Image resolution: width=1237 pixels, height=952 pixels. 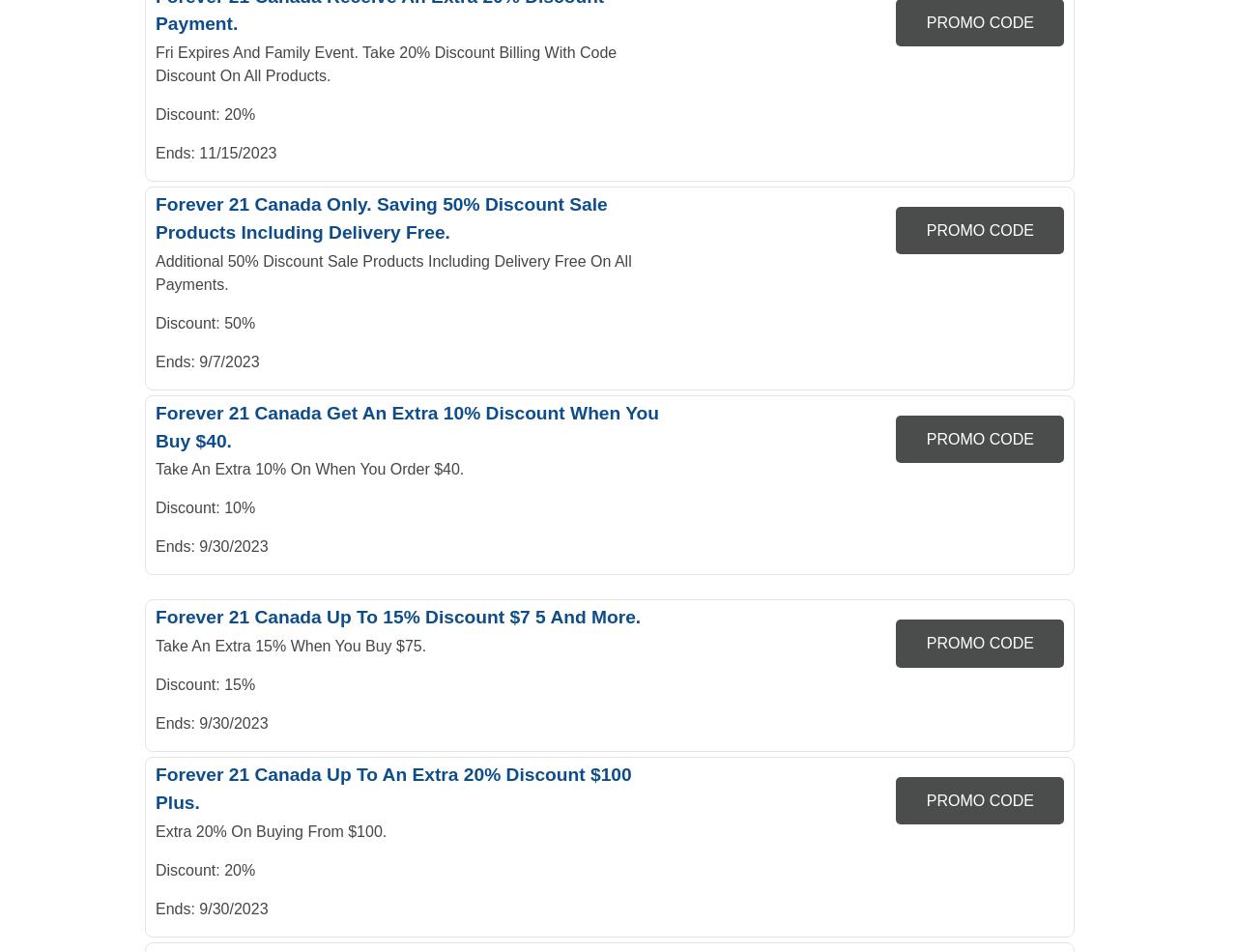 I want to click on 'Forever 21 Canada Get An Extra 10% Discount When You Buy $40.', so click(x=406, y=424).